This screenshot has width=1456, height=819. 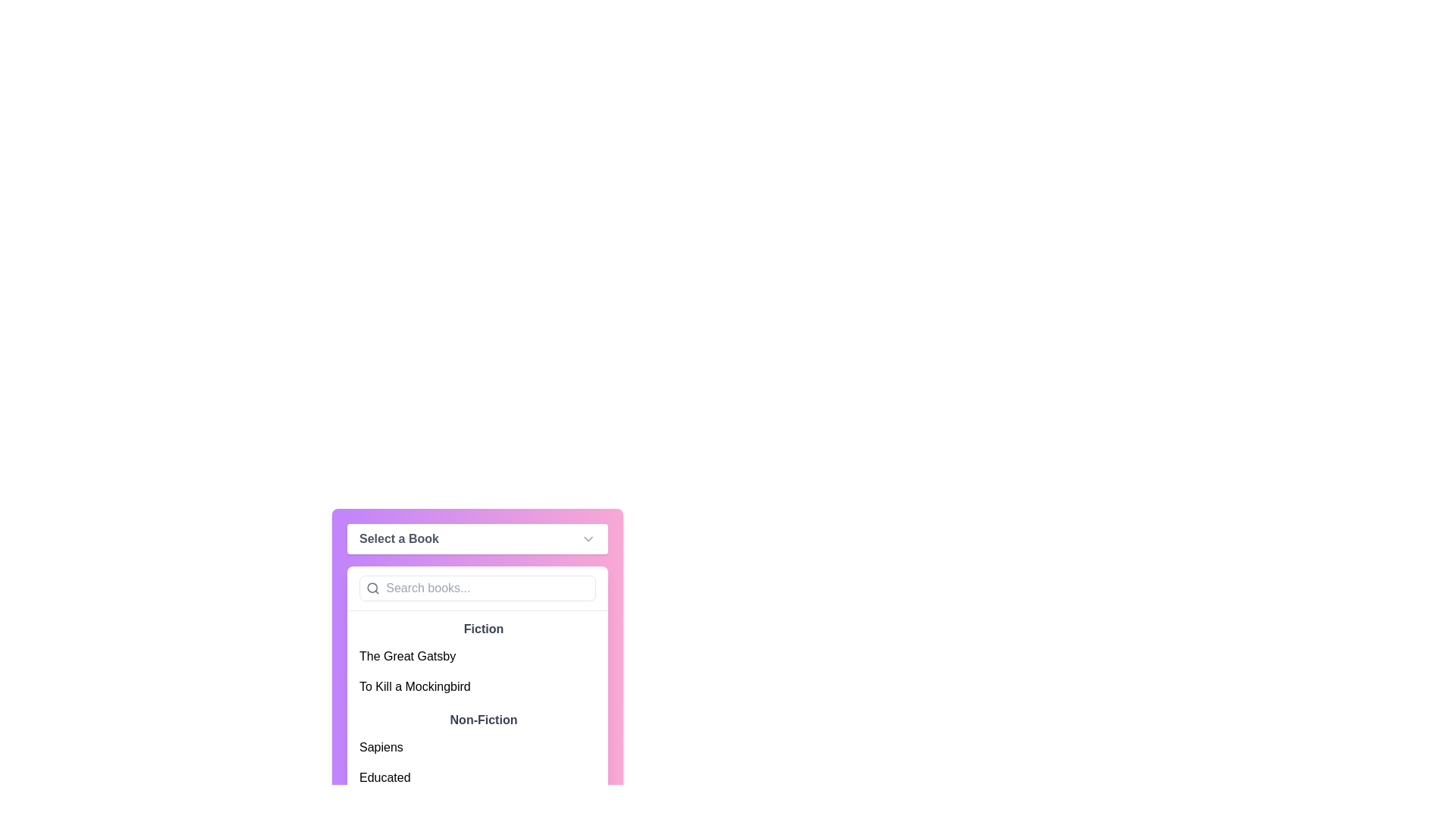 I want to click on the first selectable item in the dropdown menu that represents the book titled 'The Great Gatsby', so click(x=476, y=656).